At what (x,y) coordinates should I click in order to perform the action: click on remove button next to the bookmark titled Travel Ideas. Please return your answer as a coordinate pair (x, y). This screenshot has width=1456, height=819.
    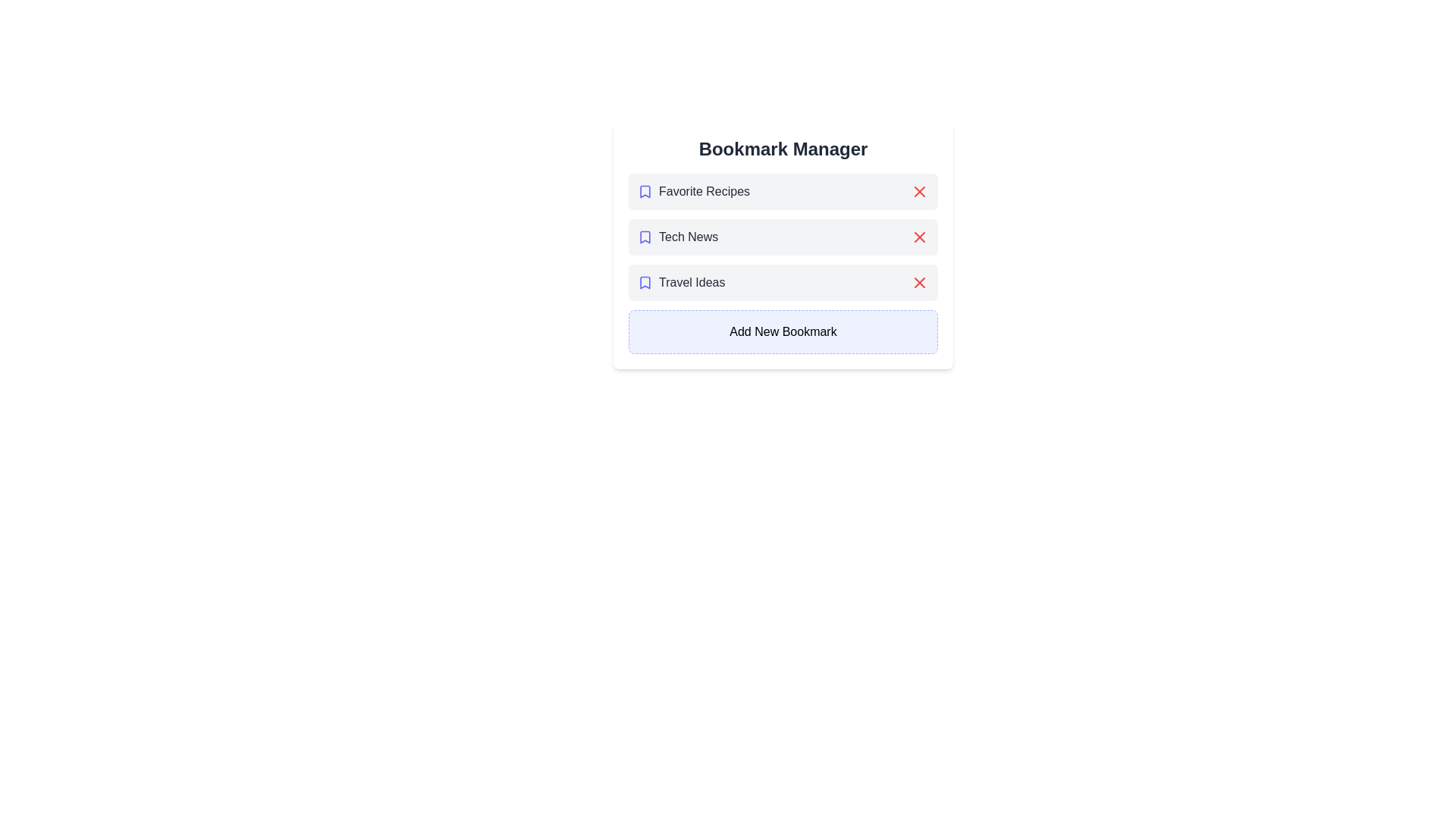
    Looking at the image, I should click on (919, 283).